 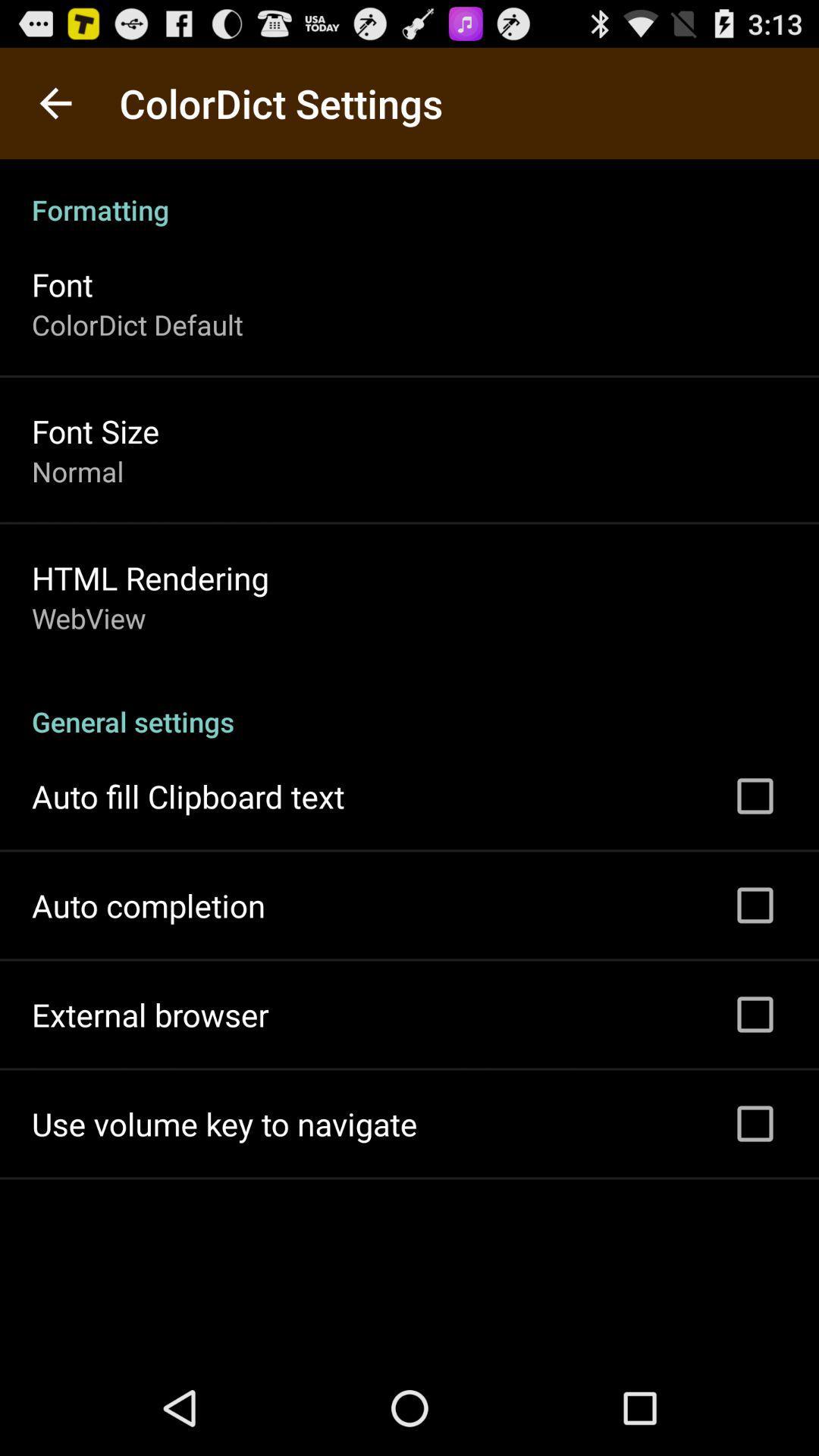 What do you see at coordinates (55, 102) in the screenshot?
I see `the app above the formatting` at bounding box center [55, 102].